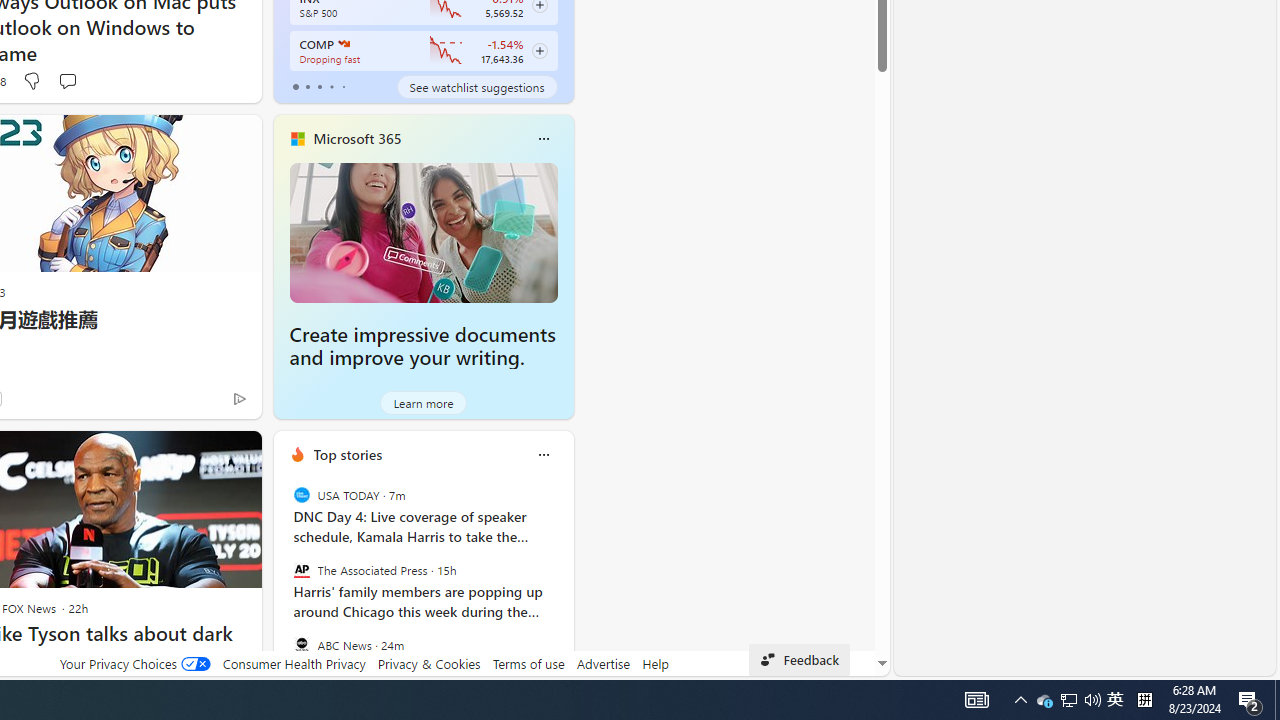 Image resolution: width=1280 pixels, height=720 pixels. What do you see at coordinates (67, 80) in the screenshot?
I see `'Start the conversation'` at bounding box center [67, 80].